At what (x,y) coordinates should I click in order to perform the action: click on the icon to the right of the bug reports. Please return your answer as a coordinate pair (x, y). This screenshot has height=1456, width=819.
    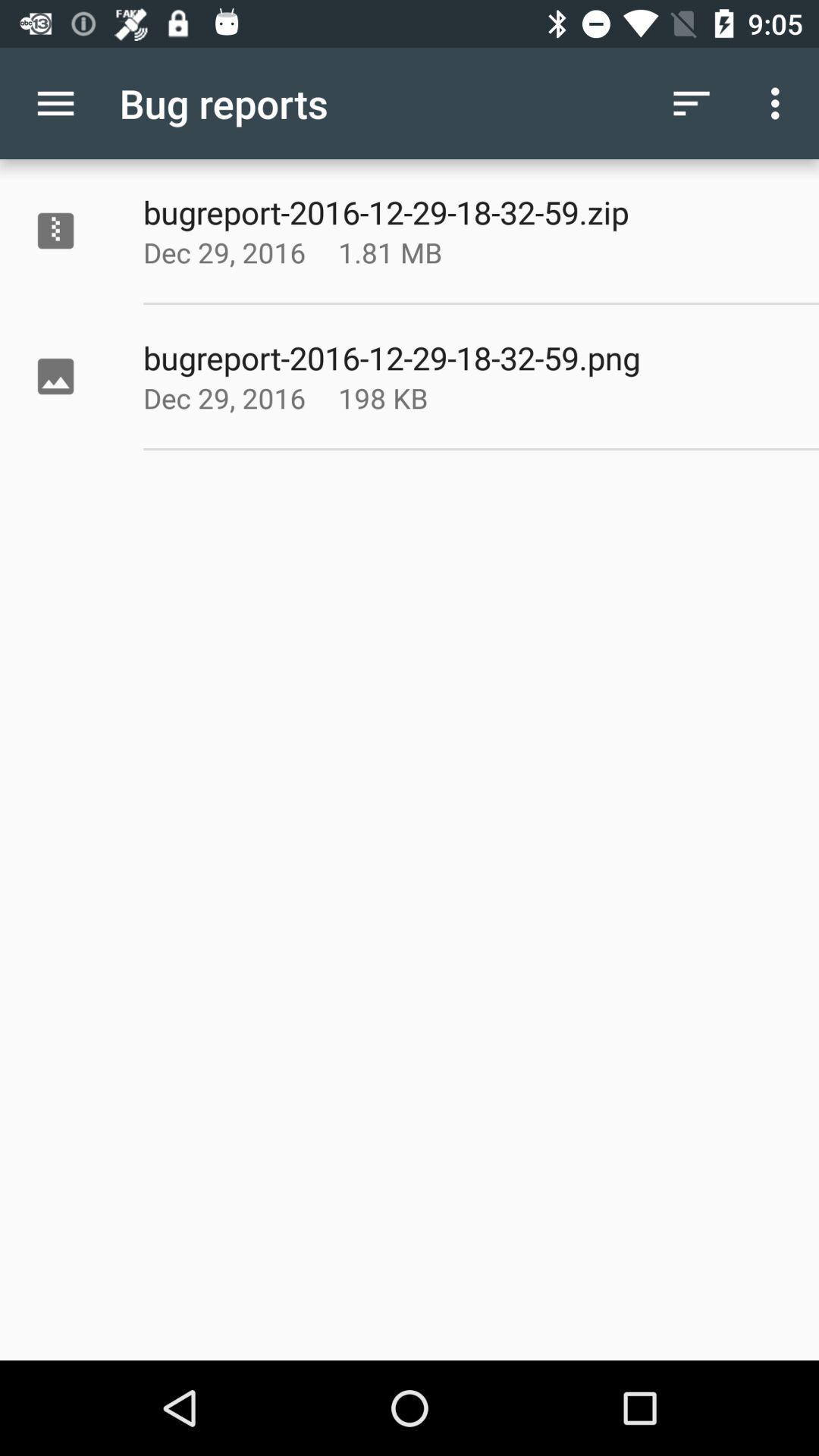
    Looking at the image, I should click on (691, 102).